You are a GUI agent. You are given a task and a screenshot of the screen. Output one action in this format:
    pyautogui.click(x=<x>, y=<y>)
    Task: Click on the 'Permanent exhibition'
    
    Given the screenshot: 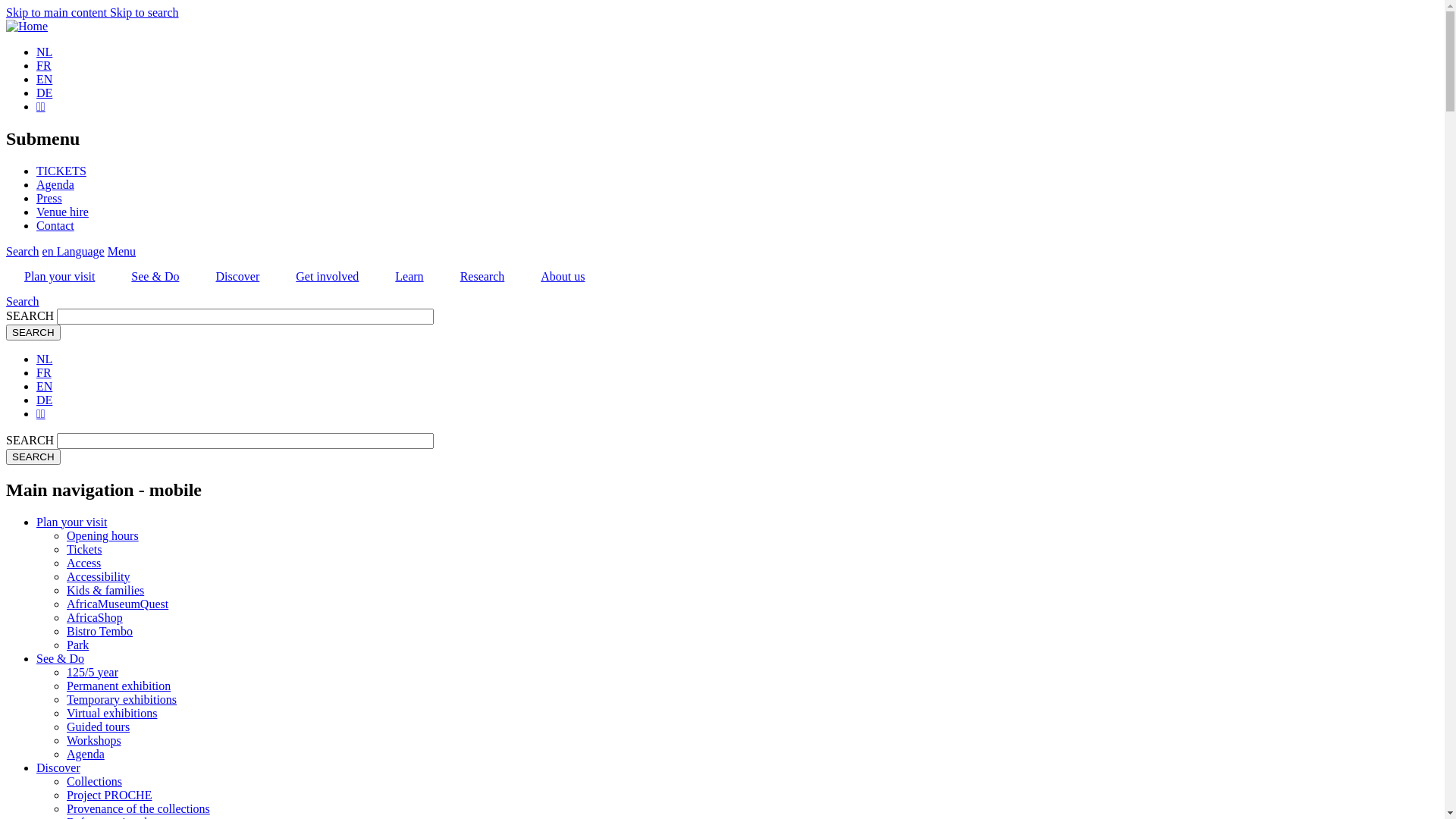 What is the action you would take?
    pyautogui.click(x=65, y=686)
    